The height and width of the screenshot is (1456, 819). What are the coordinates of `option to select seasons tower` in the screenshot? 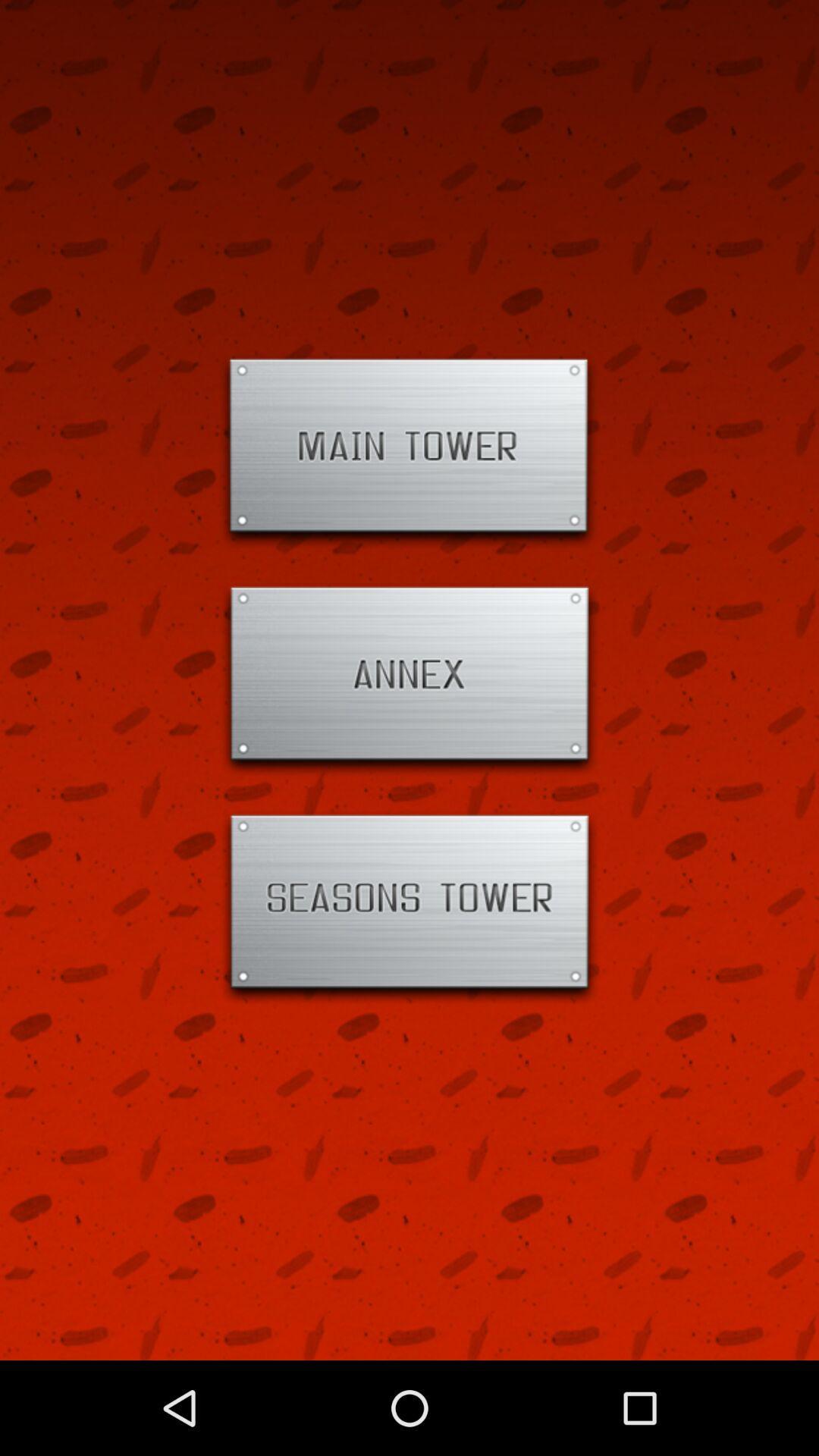 It's located at (409, 908).